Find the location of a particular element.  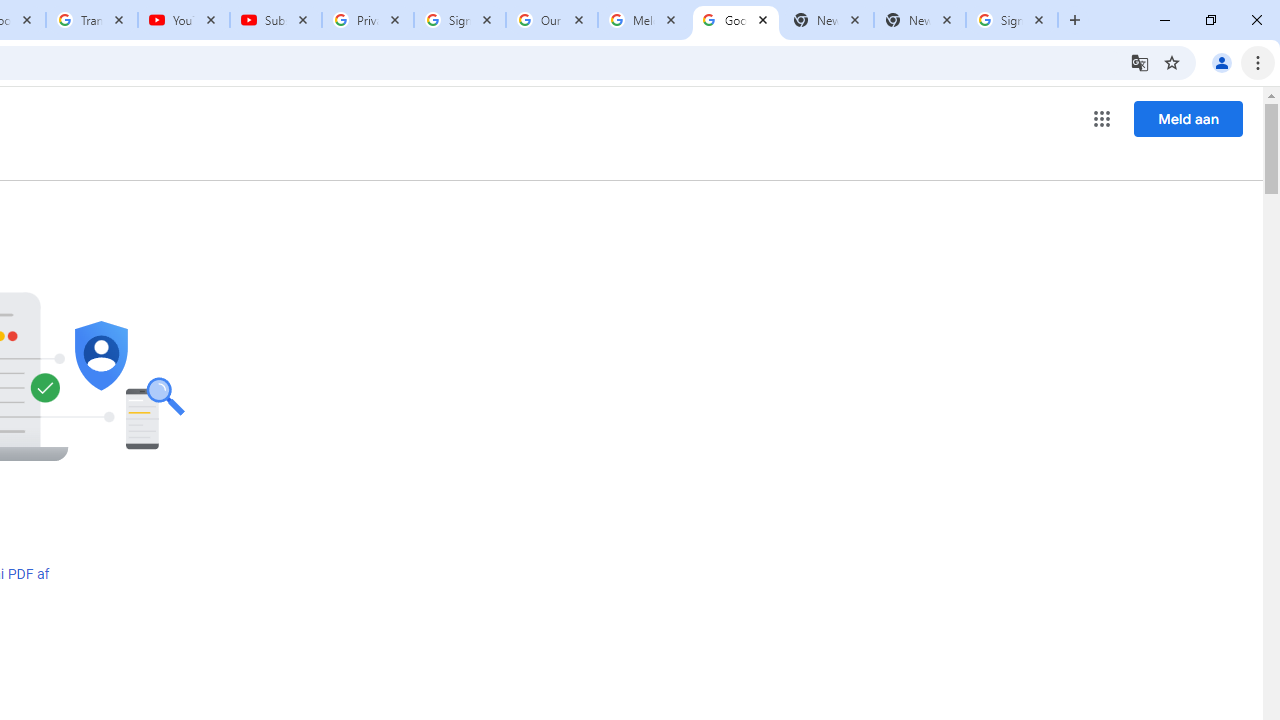

'Meld aan' is located at coordinates (1188, 118).